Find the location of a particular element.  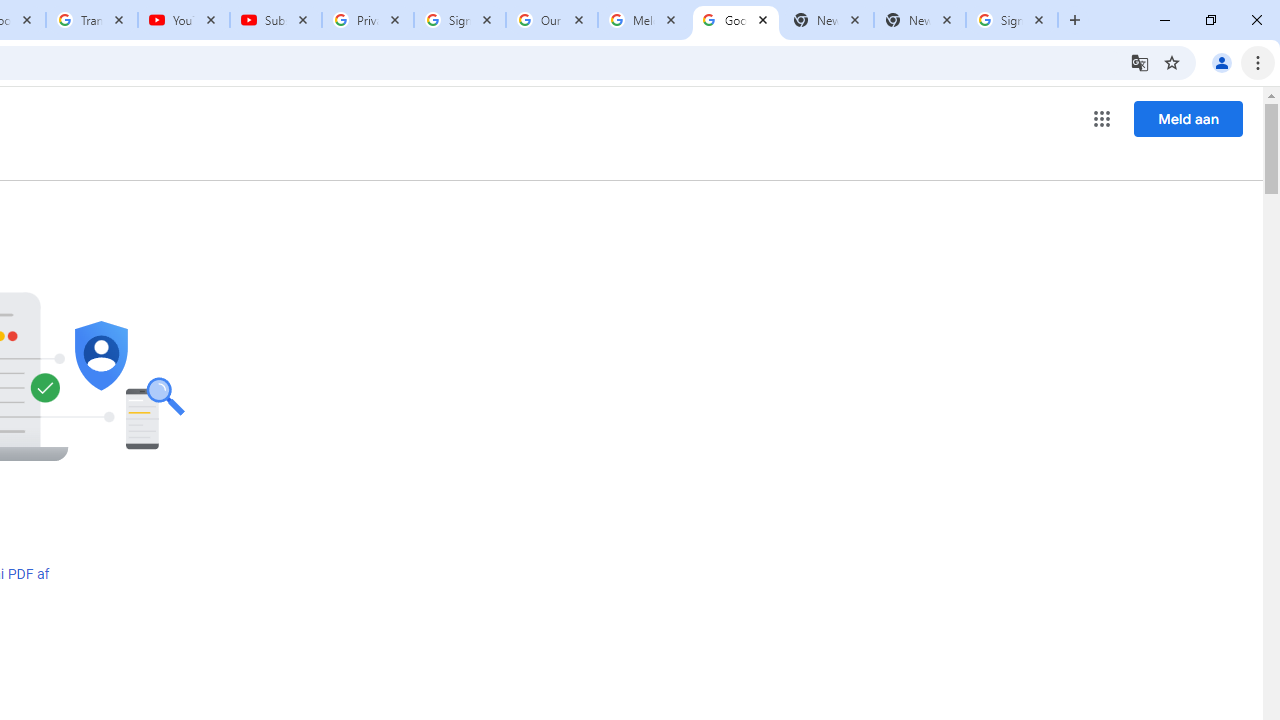

'Meld aan' is located at coordinates (1188, 118).